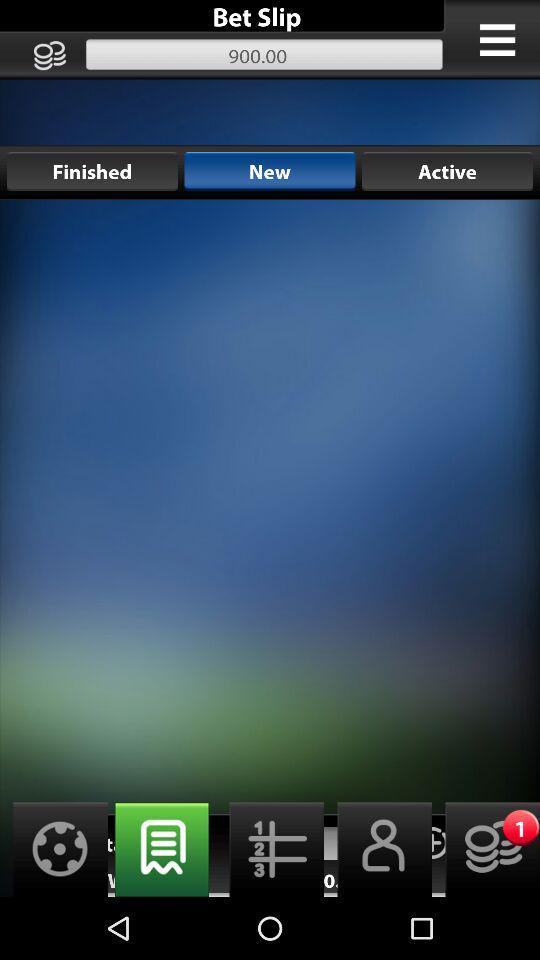 The height and width of the screenshot is (960, 540). I want to click on the settings icon, so click(54, 909).